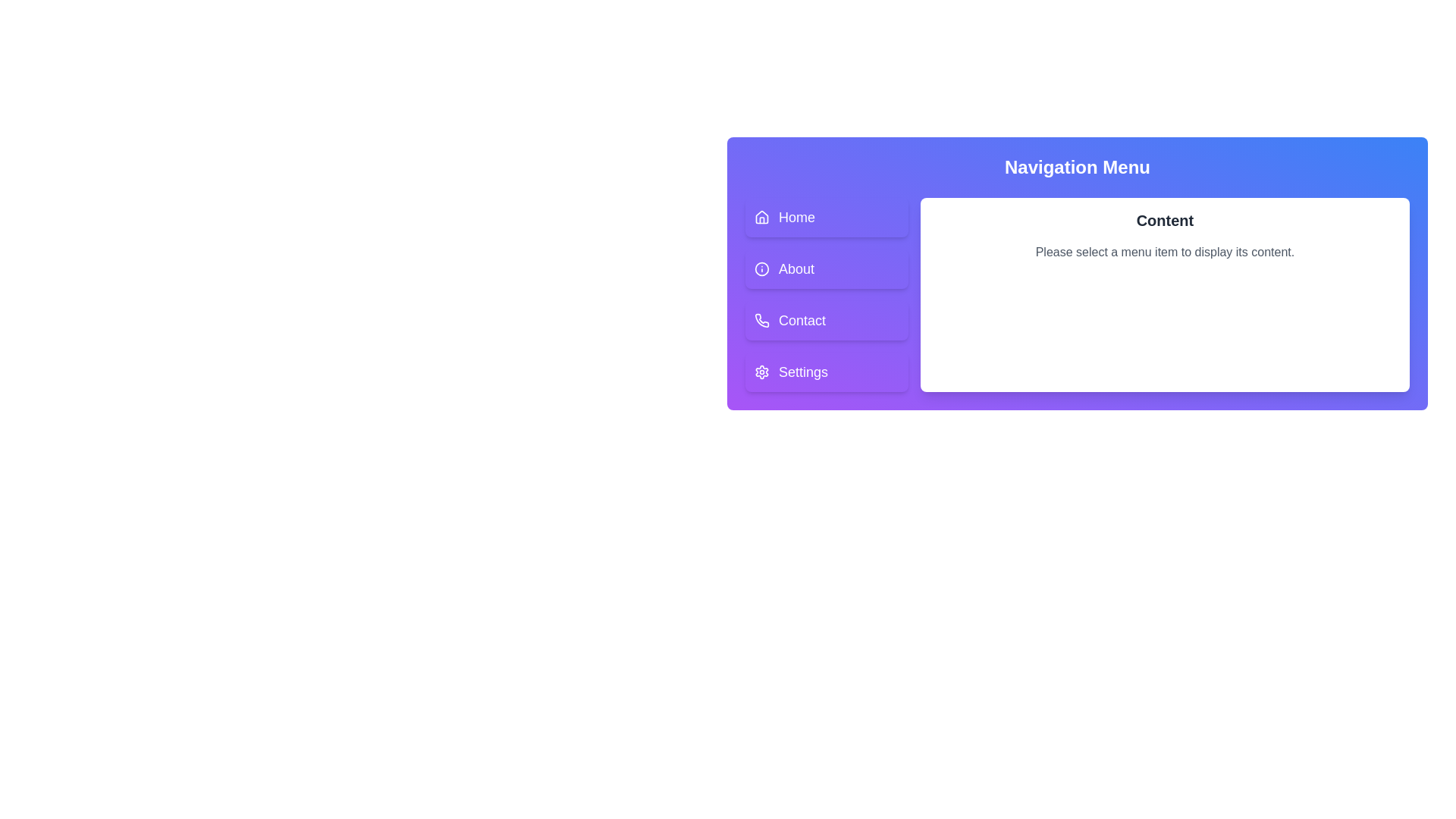 Image resolution: width=1456 pixels, height=819 pixels. What do you see at coordinates (761, 216) in the screenshot?
I see `the house icon in the navigation menu, which features a minimalist design and is located adjacent to the 'Home' text` at bounding box center [761, 216].